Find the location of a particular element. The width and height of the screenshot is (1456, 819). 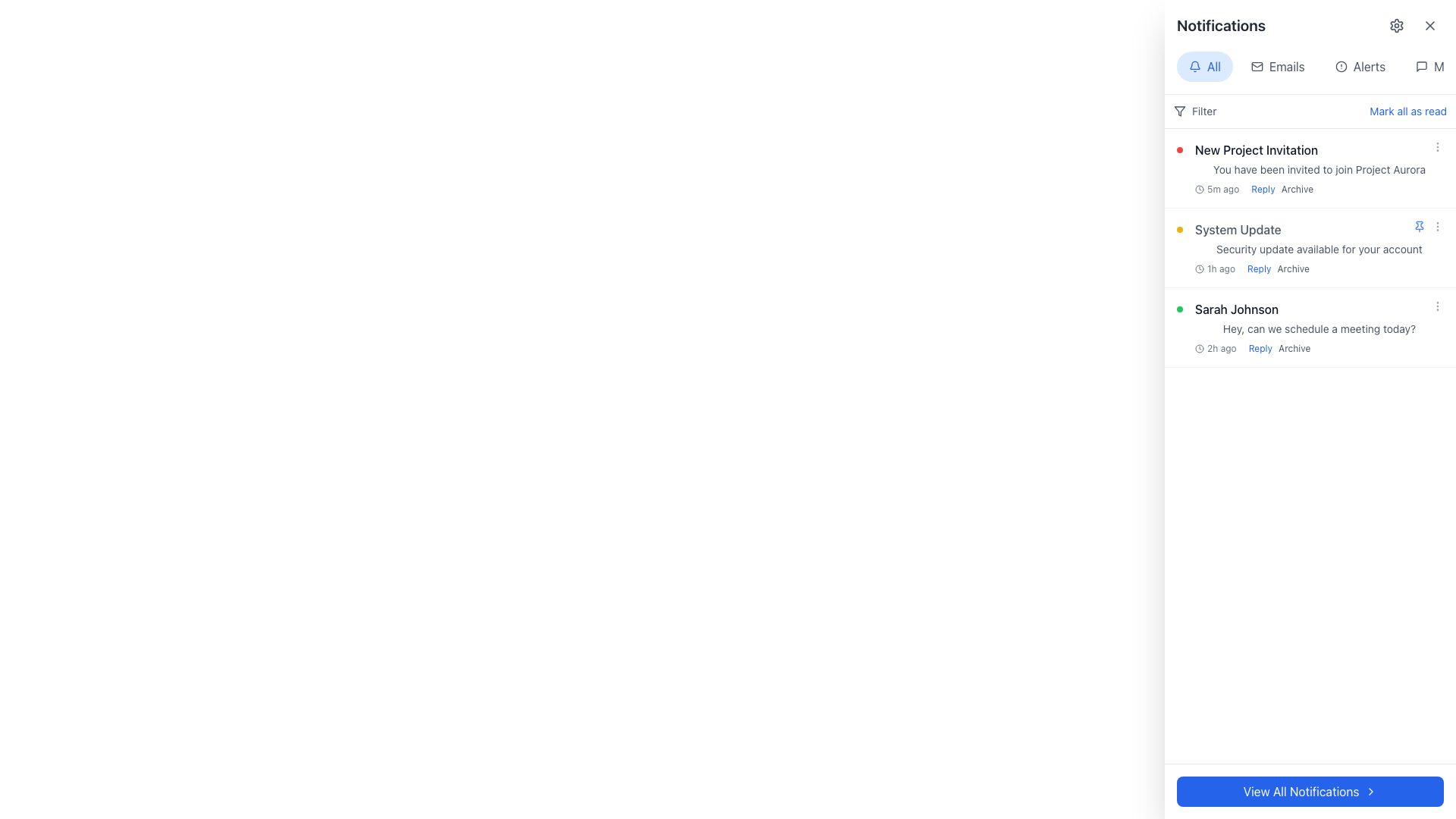

the 'Reply' text link located to the right of the 'New Project Invitation' notification to initiate a reply is located at coordinates (1263, 189).